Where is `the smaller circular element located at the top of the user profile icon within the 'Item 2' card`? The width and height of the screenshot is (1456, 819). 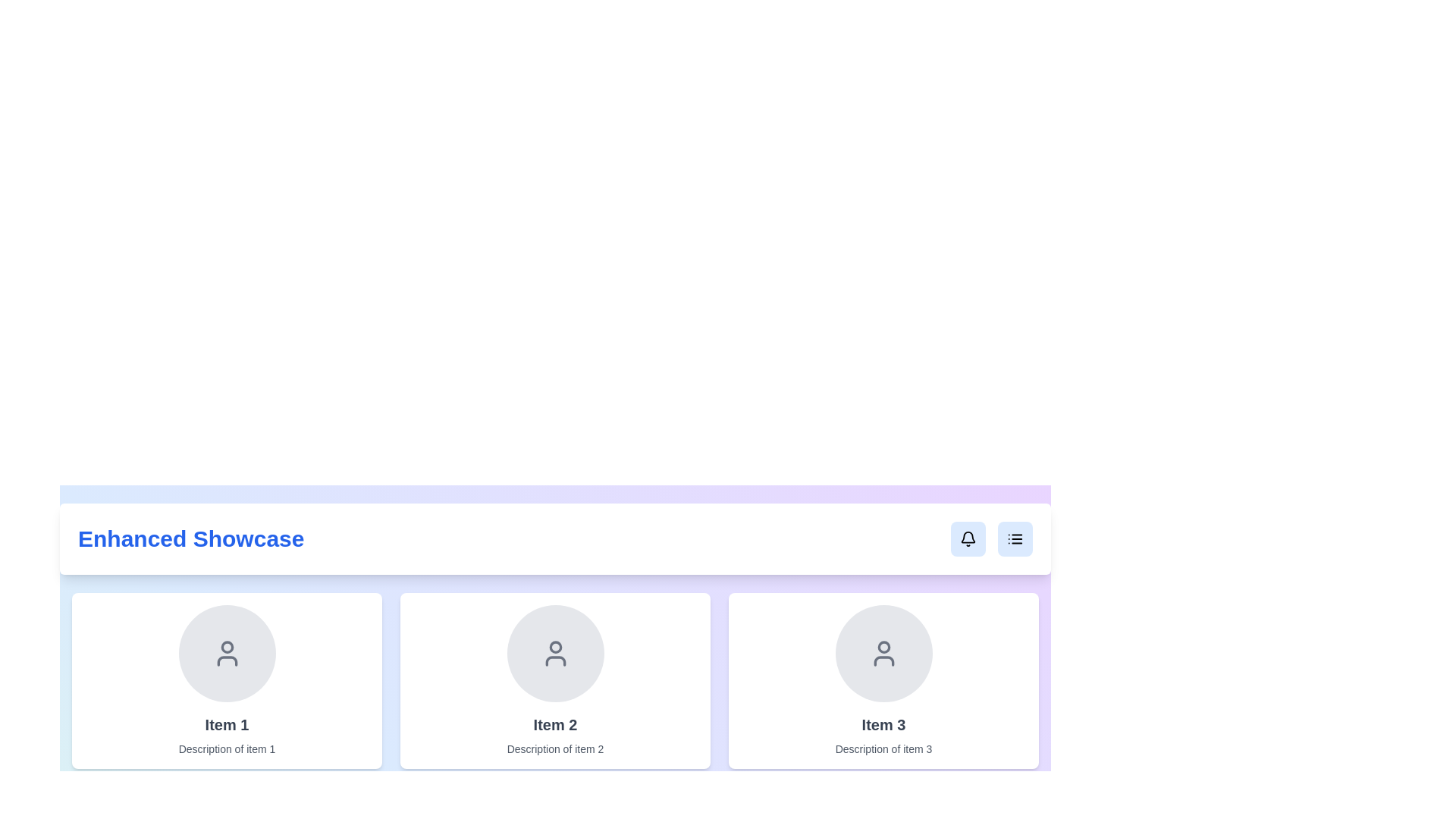
the smaller circular element located at the top of the user profile icon within the 'Item 2' card is located at coordinates (554, 647).